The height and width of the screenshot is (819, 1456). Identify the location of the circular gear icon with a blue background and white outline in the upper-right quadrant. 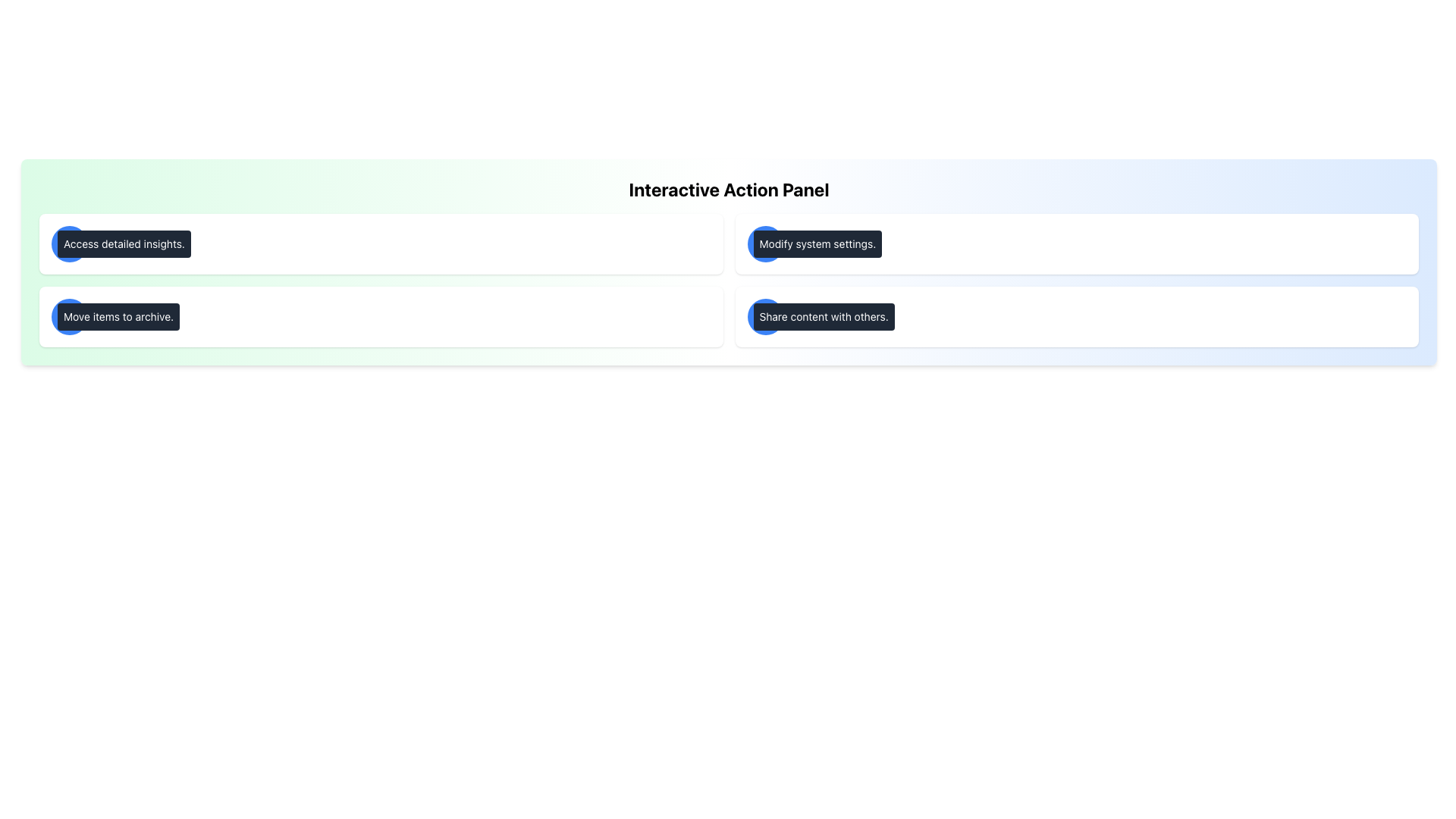
(765, 243).